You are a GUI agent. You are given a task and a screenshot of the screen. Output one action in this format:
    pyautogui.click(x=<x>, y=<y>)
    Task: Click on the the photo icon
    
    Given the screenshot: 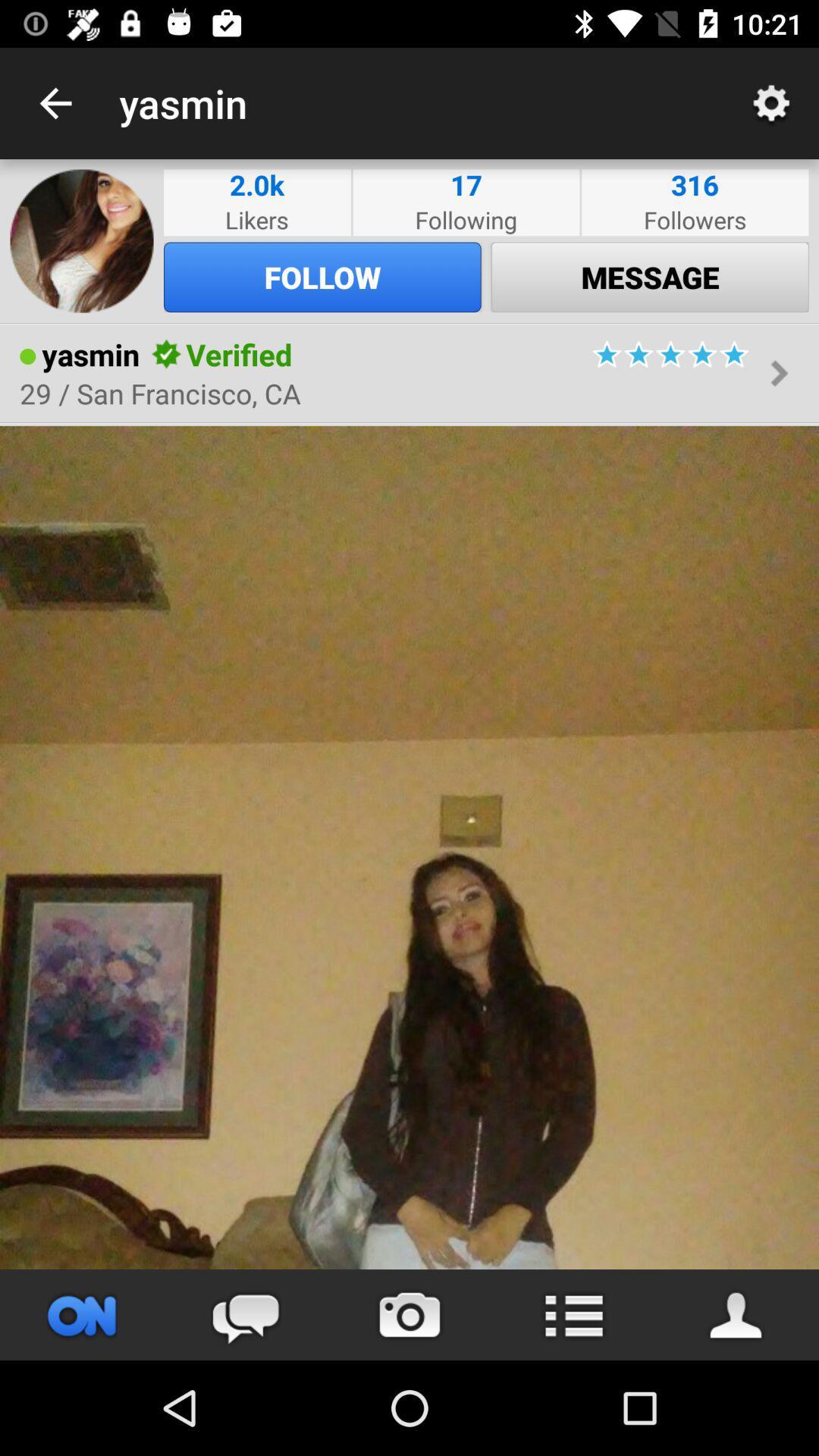 What is the action you would take?
    pyautogui.click(x=409, y=1314)
    